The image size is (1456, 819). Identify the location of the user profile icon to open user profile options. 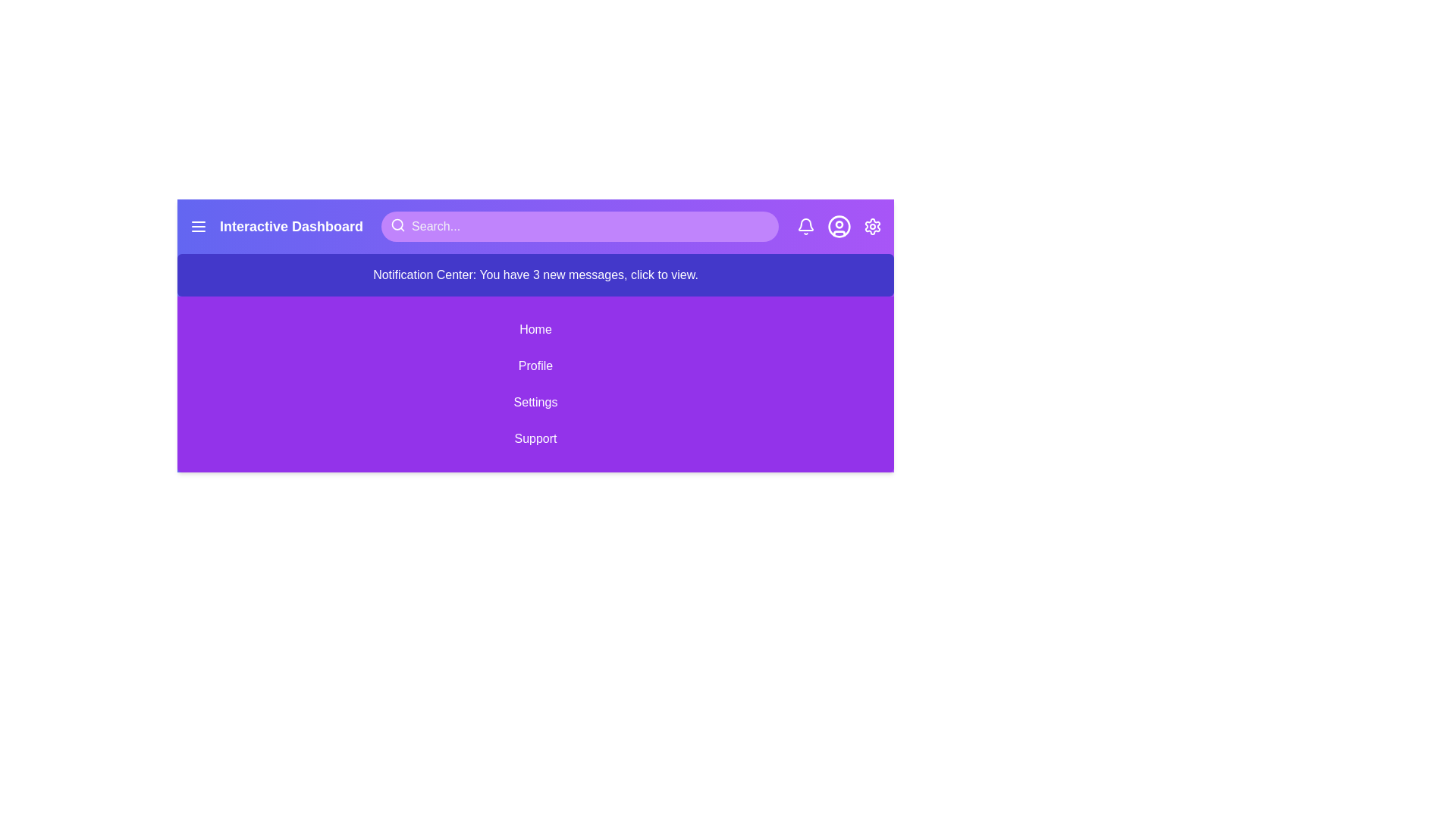
(839, 227).